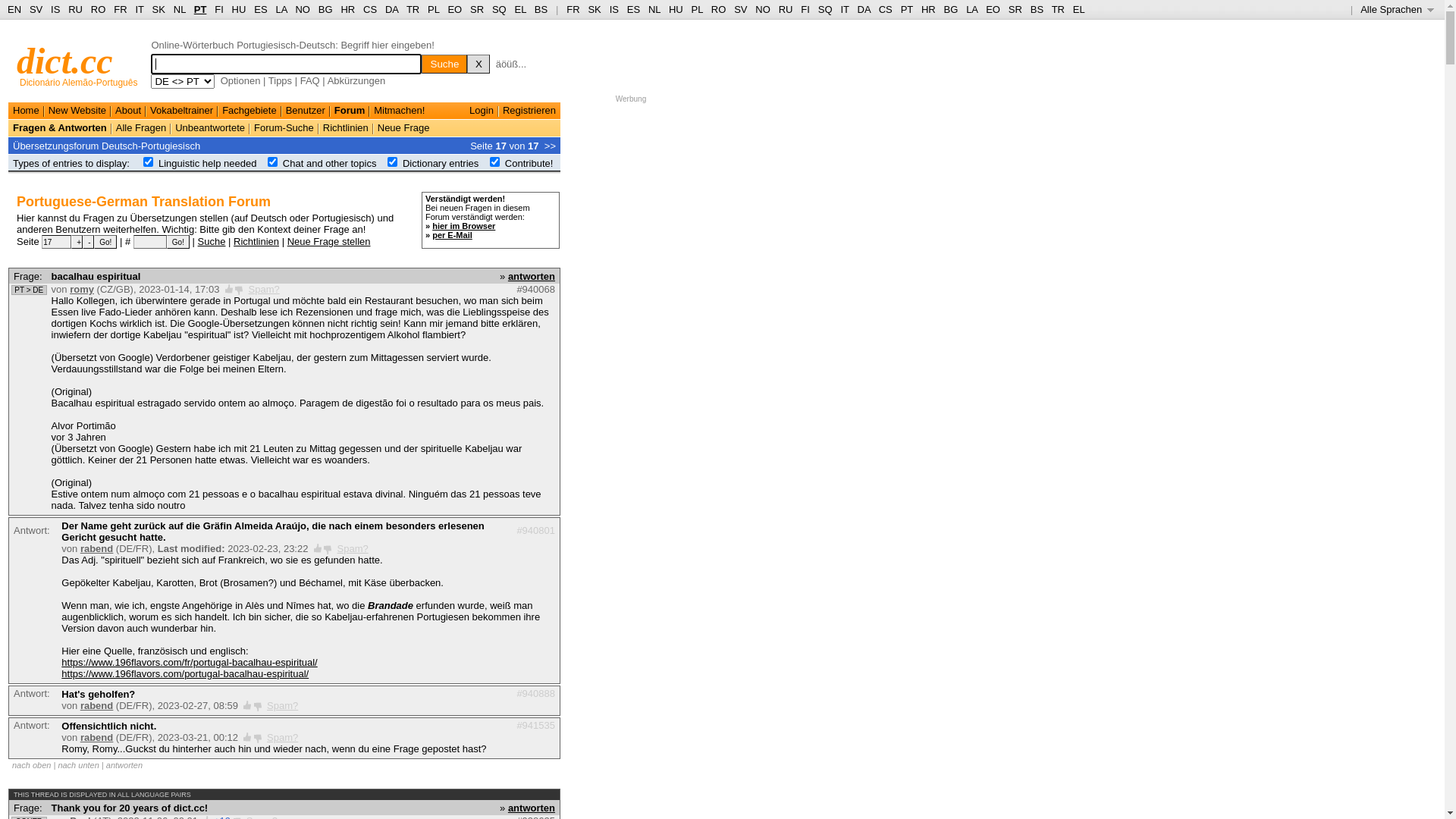  What do you see at coordinates (633, 9) in the screenshot?
I see `'ES'` at bounding box center [633, 9].